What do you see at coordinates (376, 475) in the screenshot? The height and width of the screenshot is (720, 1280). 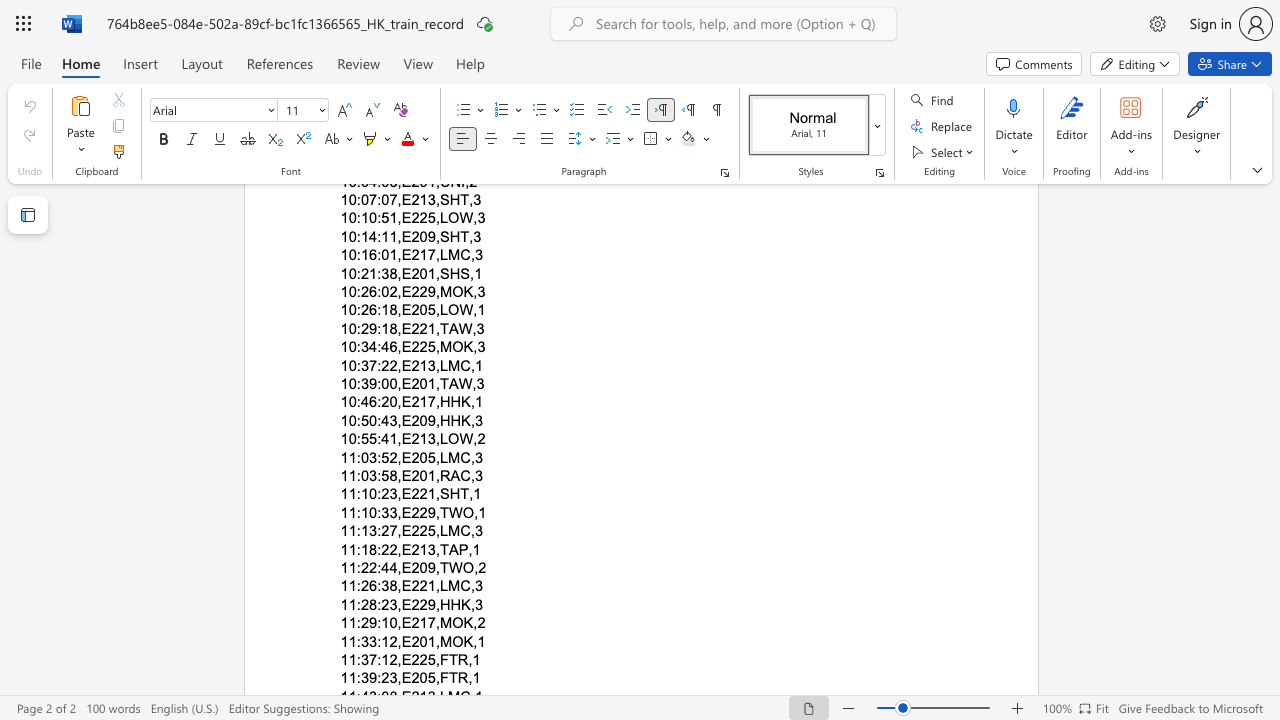 I see `the space between the continuous character "3" and ":" in the text` at bounding box center [376, 475].